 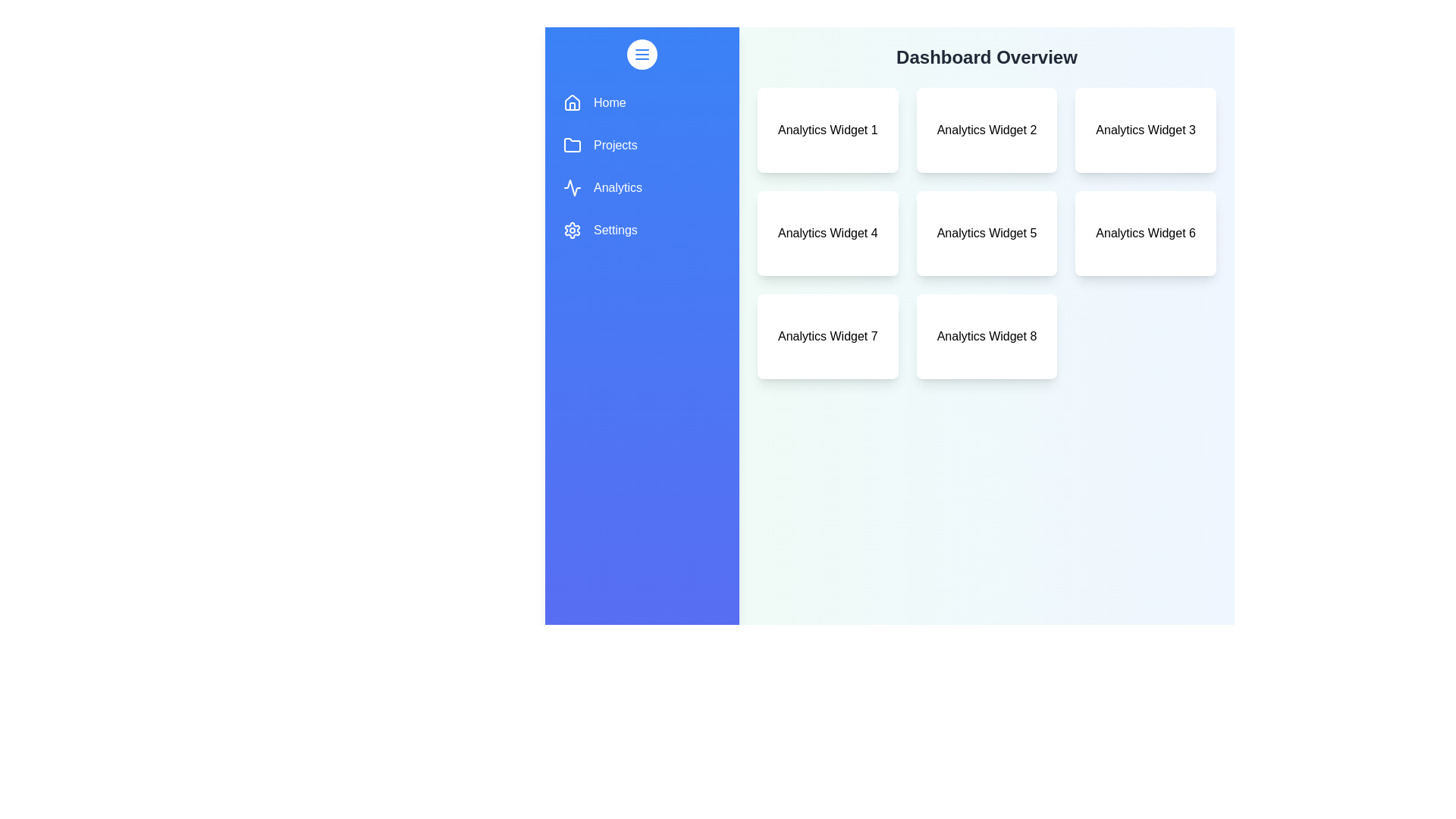 I want to click on the menu item Projects from the drawer menu, so click(x=642, y=146).